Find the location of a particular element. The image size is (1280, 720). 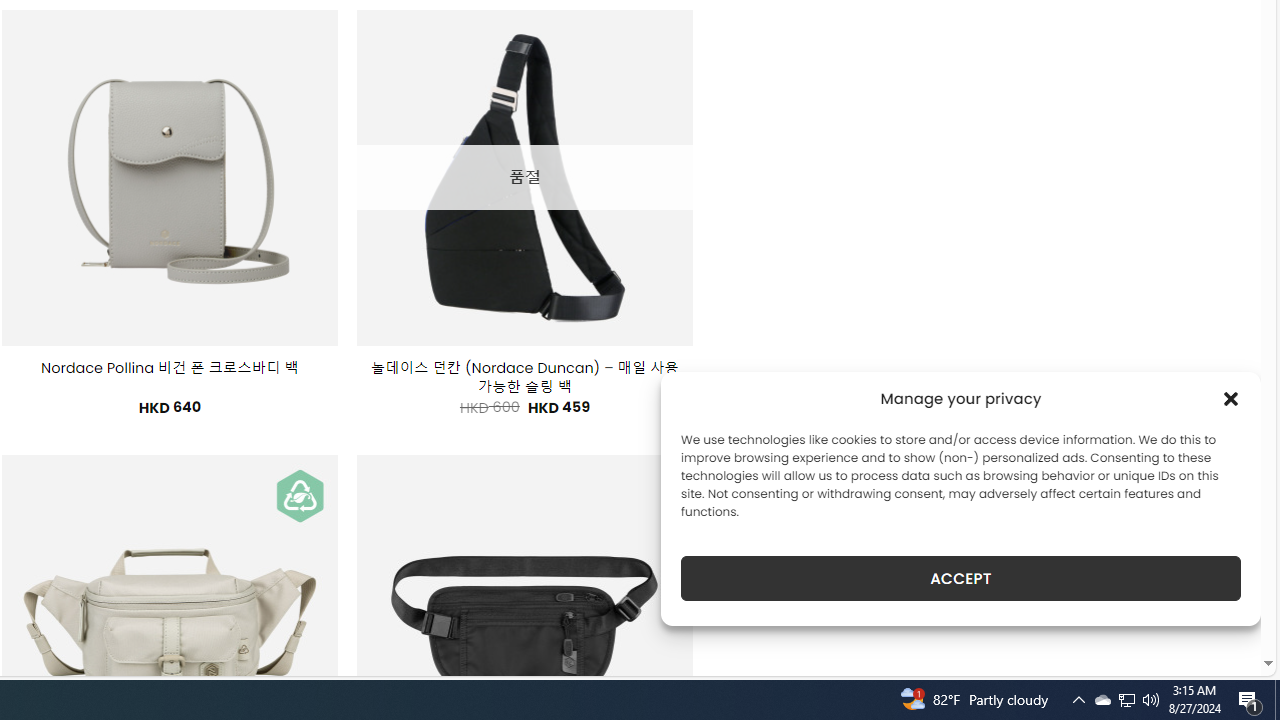

'Class: cmplz-close' is located at coordinates (1230, 398).